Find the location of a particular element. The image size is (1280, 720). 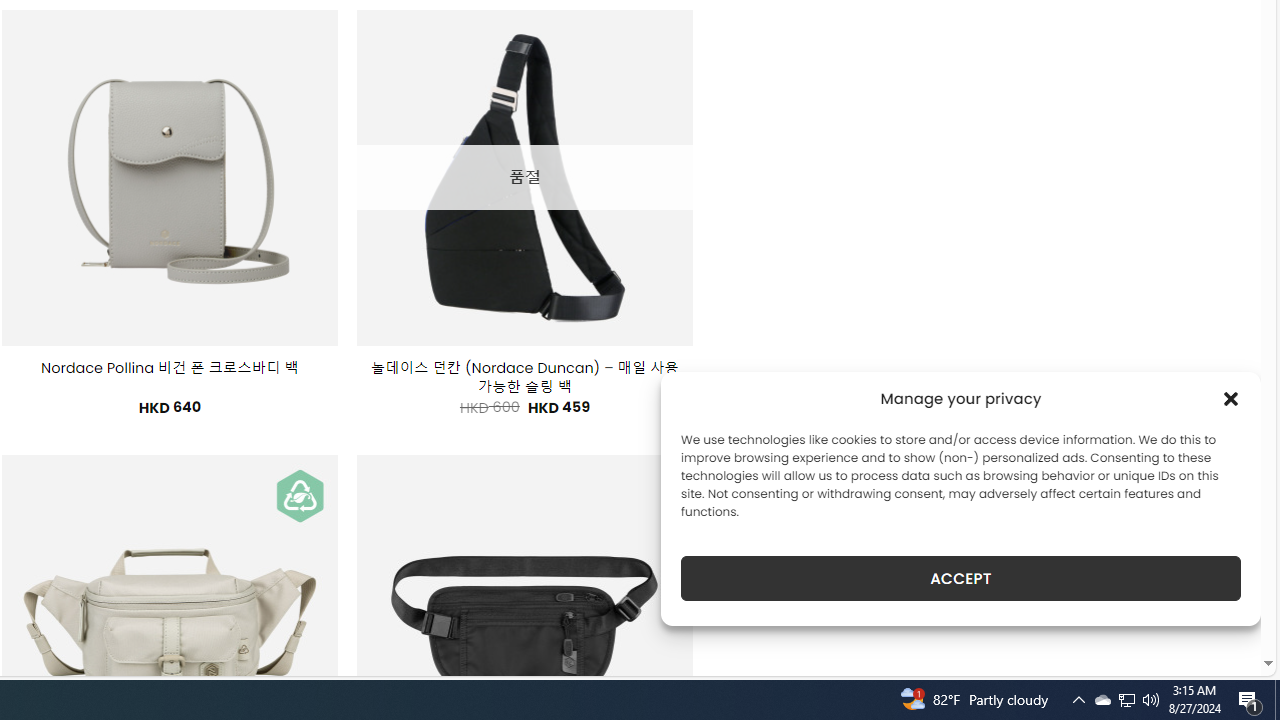

'Class: cmplz-close' is located at coordinates (1230, 398).